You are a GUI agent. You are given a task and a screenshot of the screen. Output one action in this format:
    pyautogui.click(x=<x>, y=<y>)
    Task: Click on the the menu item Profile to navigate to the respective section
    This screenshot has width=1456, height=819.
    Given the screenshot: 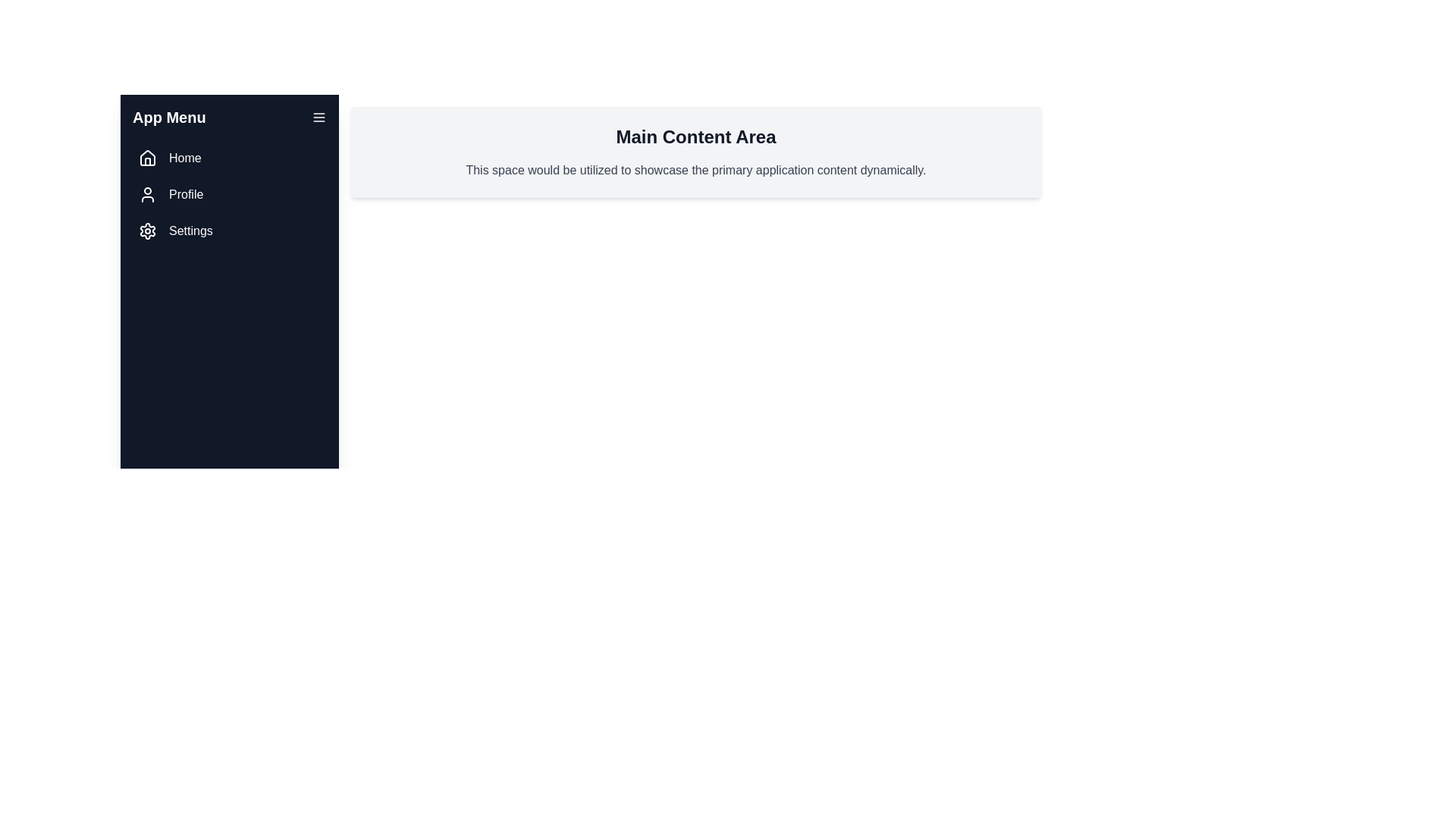 What is the action you would take?
    pyautogui.click(x=228, y=194)
    